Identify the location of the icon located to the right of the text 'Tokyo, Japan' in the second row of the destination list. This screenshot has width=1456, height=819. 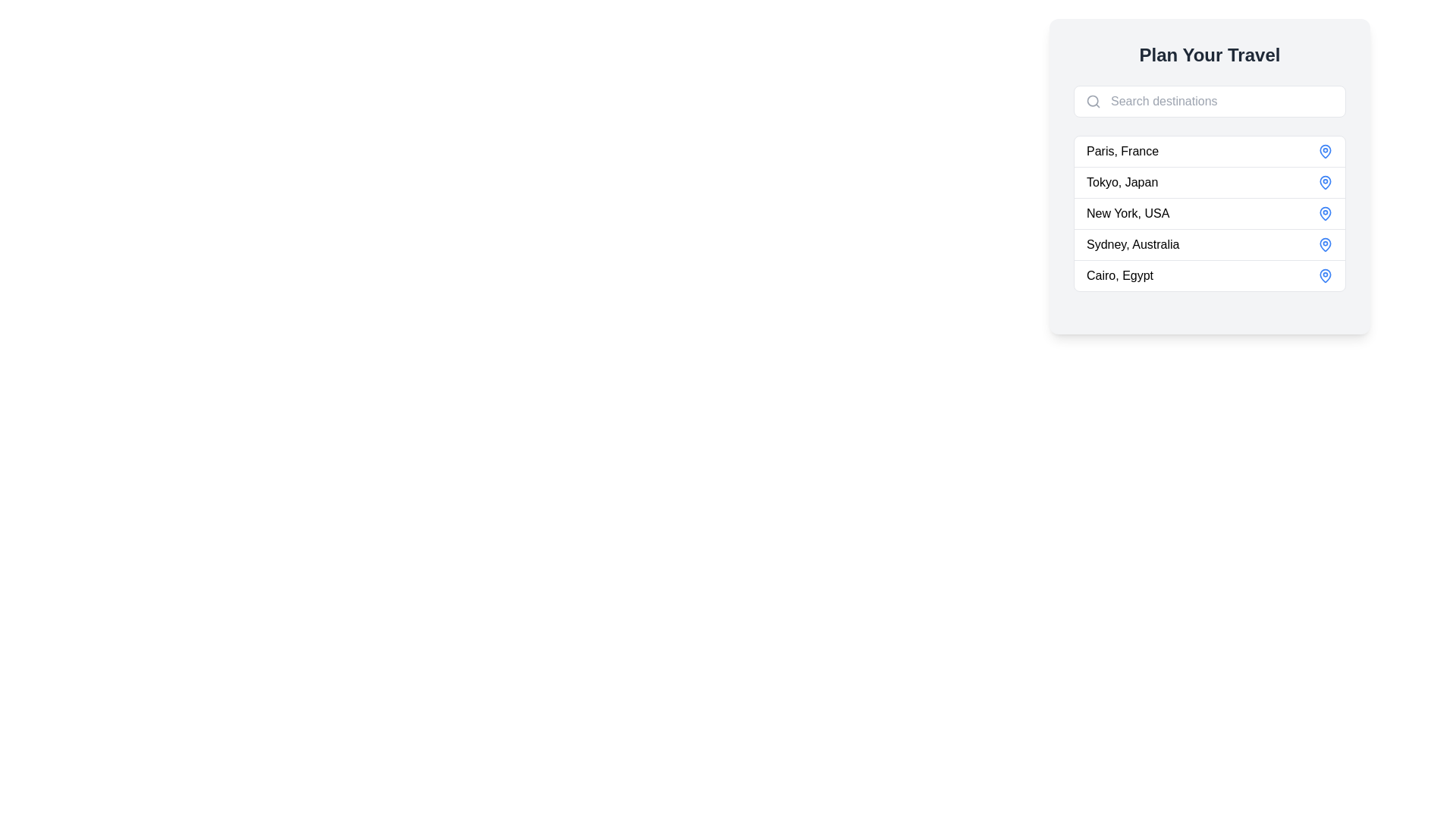
(1324, 180).